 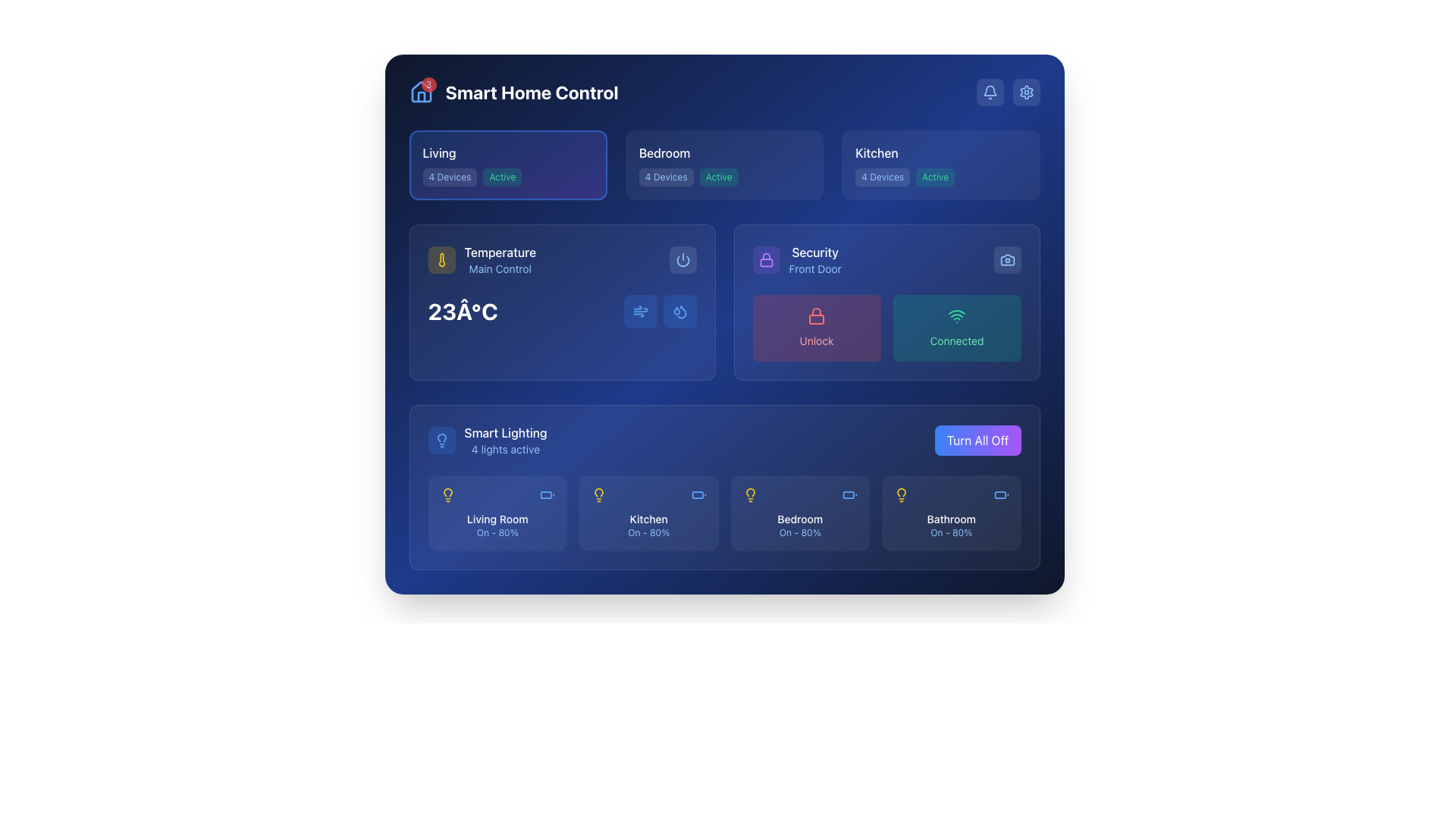 What do you see at coordinates (481, 259) in the screenshot?
I see `and interpret the information from the visual label representing the temperature control feature located in the central control panel area, below the 'Temperature Main Control' label` at bounding box center [481, 259].